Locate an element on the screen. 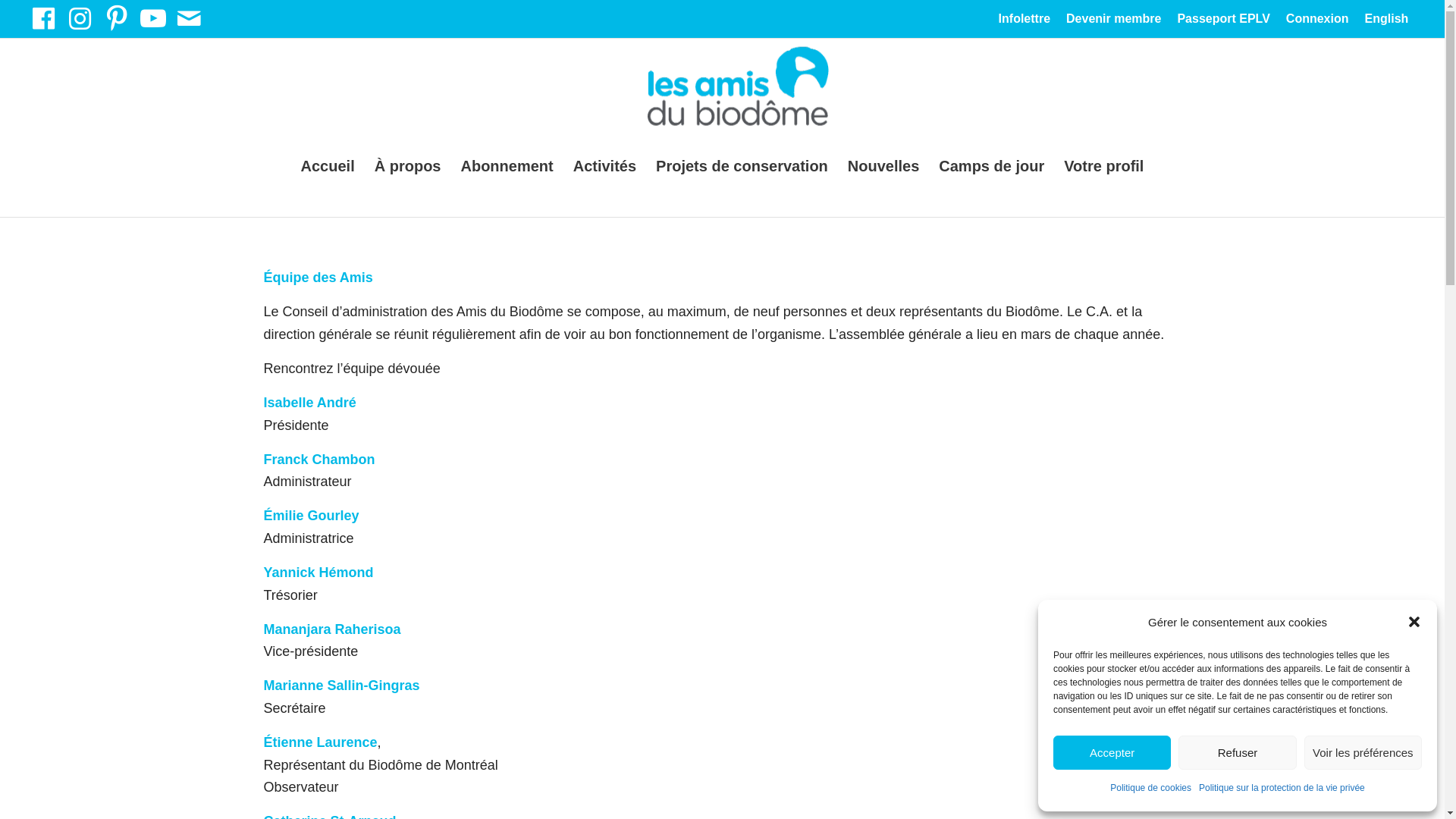 The height and width of the screenshot is (819, 1456). 'Projets de conservation' is located at coordinates (742, 166).